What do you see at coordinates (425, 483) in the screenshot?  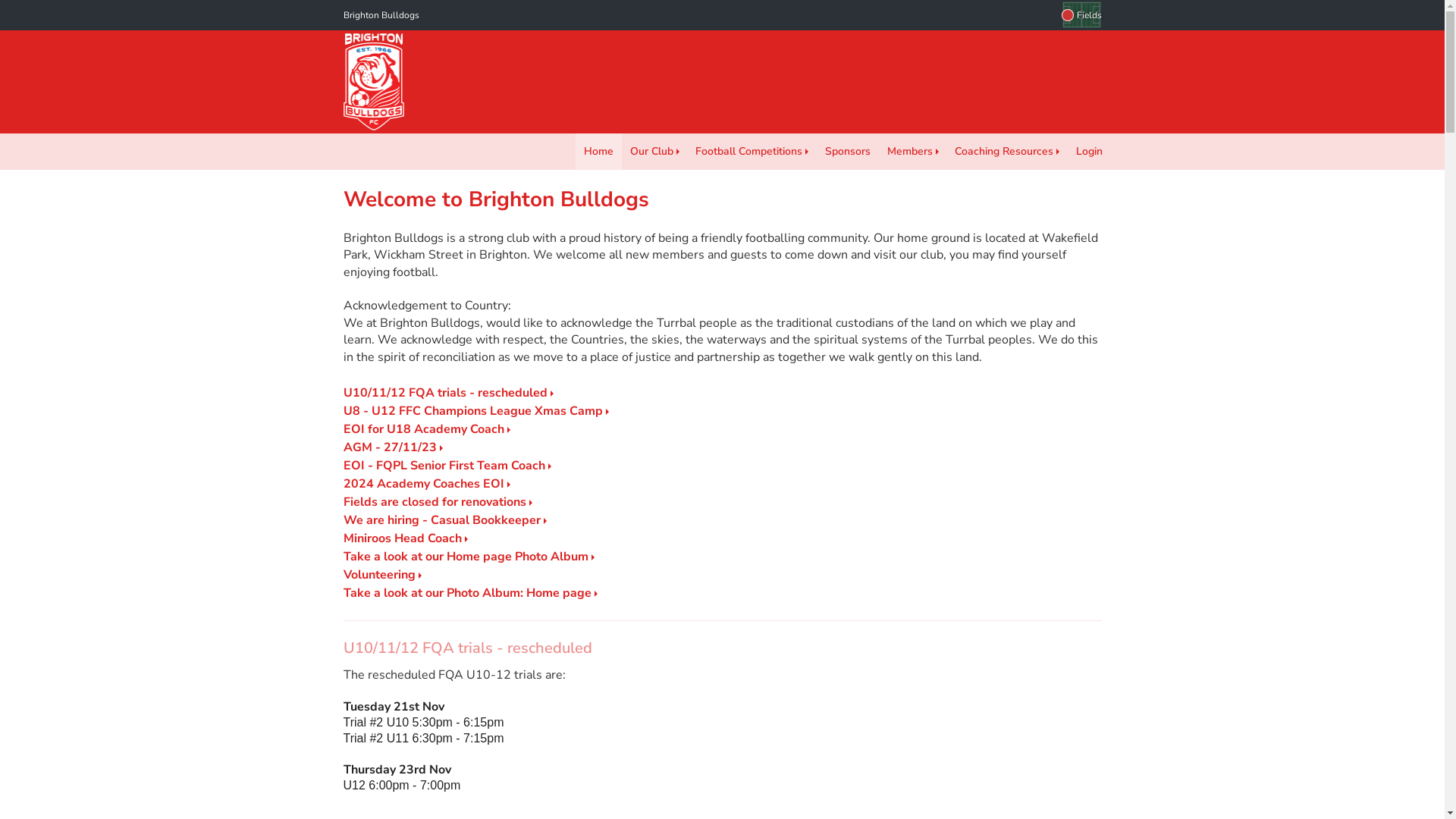 I see `'2024 Academy Coaches EOI'` at bounding box center [425, 483].